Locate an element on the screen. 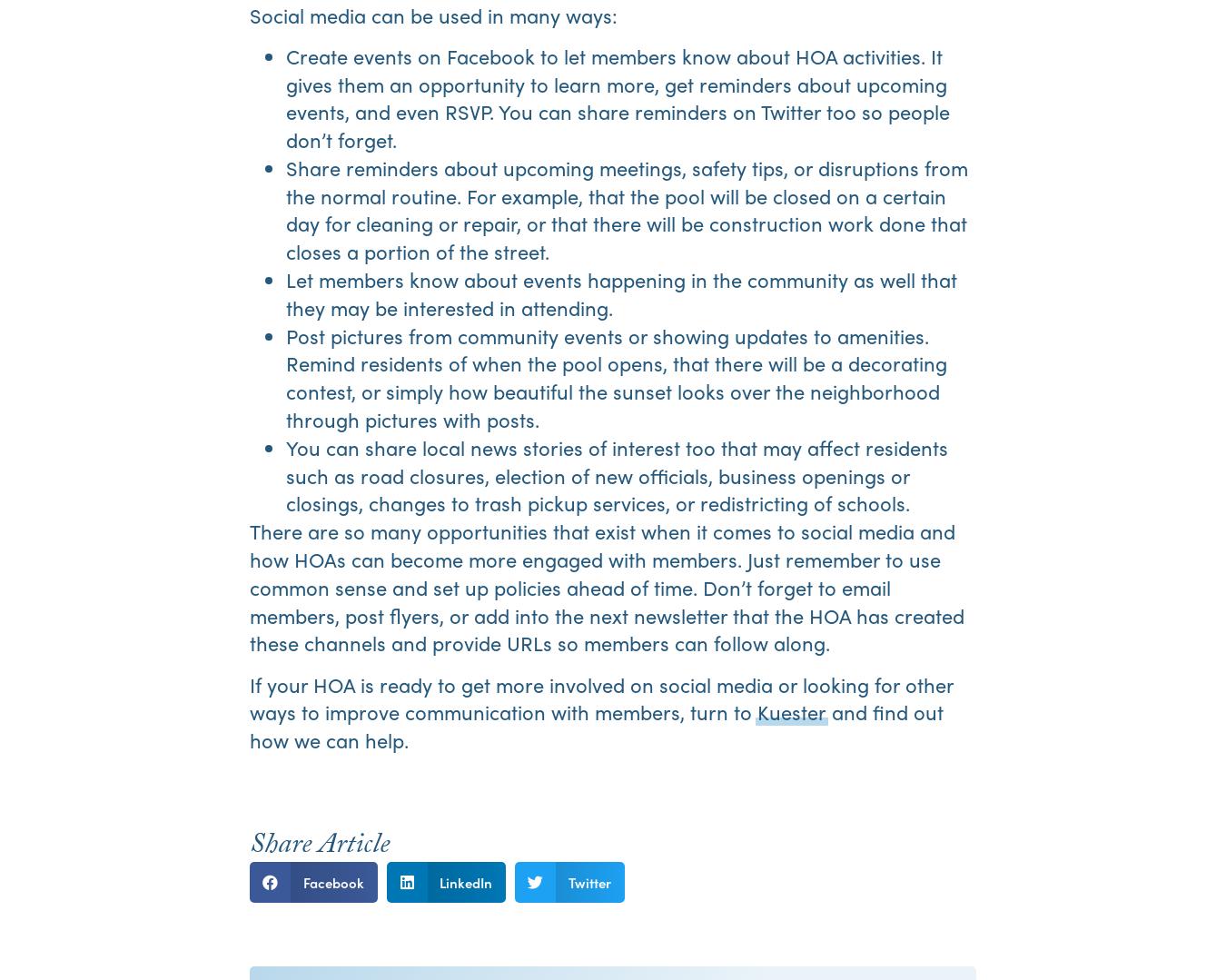  'and find out how we can help.' is located at coordinates (597, 725).